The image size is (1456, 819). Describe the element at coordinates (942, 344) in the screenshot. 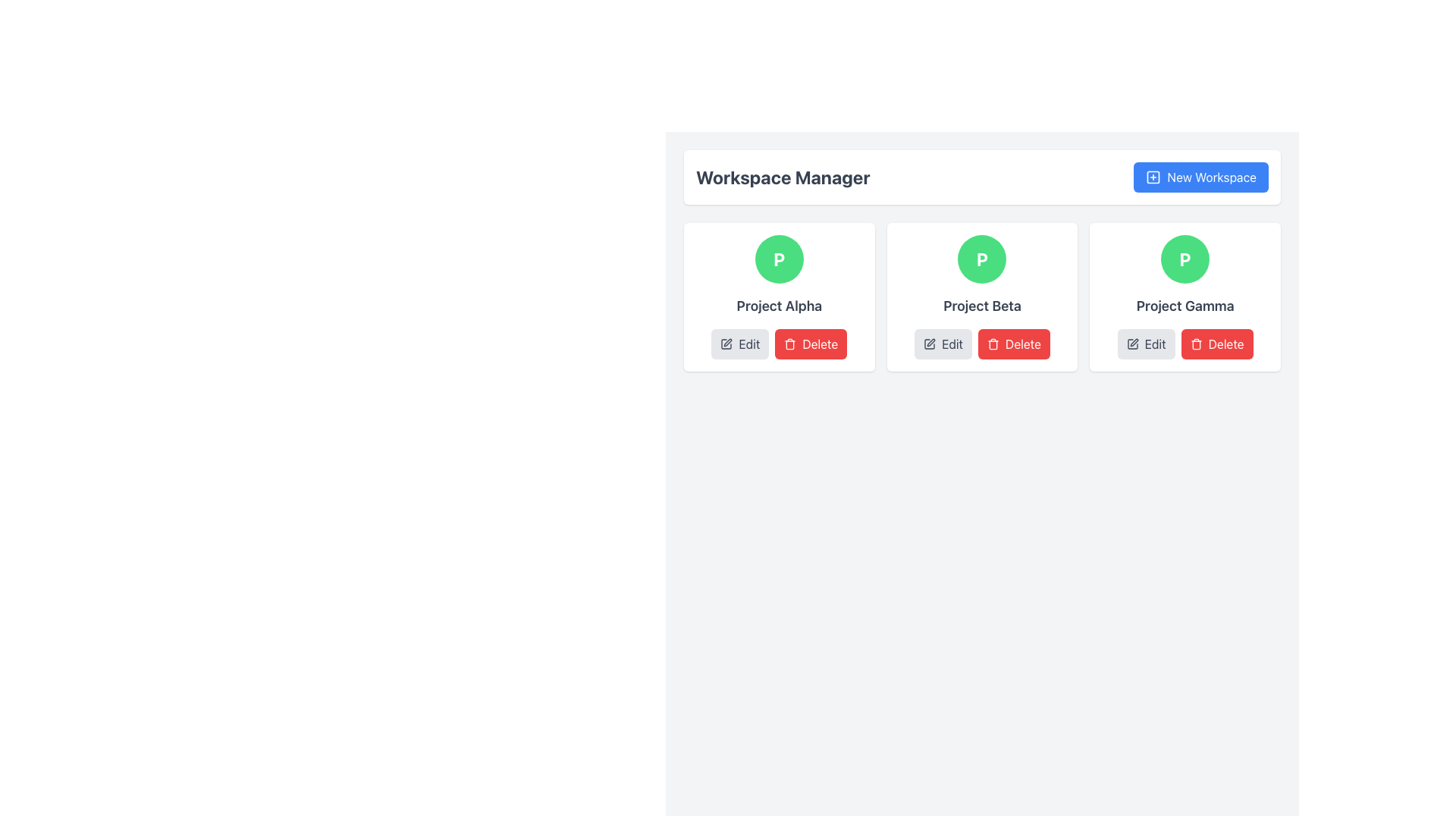

I see `the 'Edit' button, which has a rounded rectangular shape, a light gray background, dark gray text, and an icon resembling a pen next to the text 'Edit', located below the title 'Project Beta' in the second card of the grid layout` at that location.